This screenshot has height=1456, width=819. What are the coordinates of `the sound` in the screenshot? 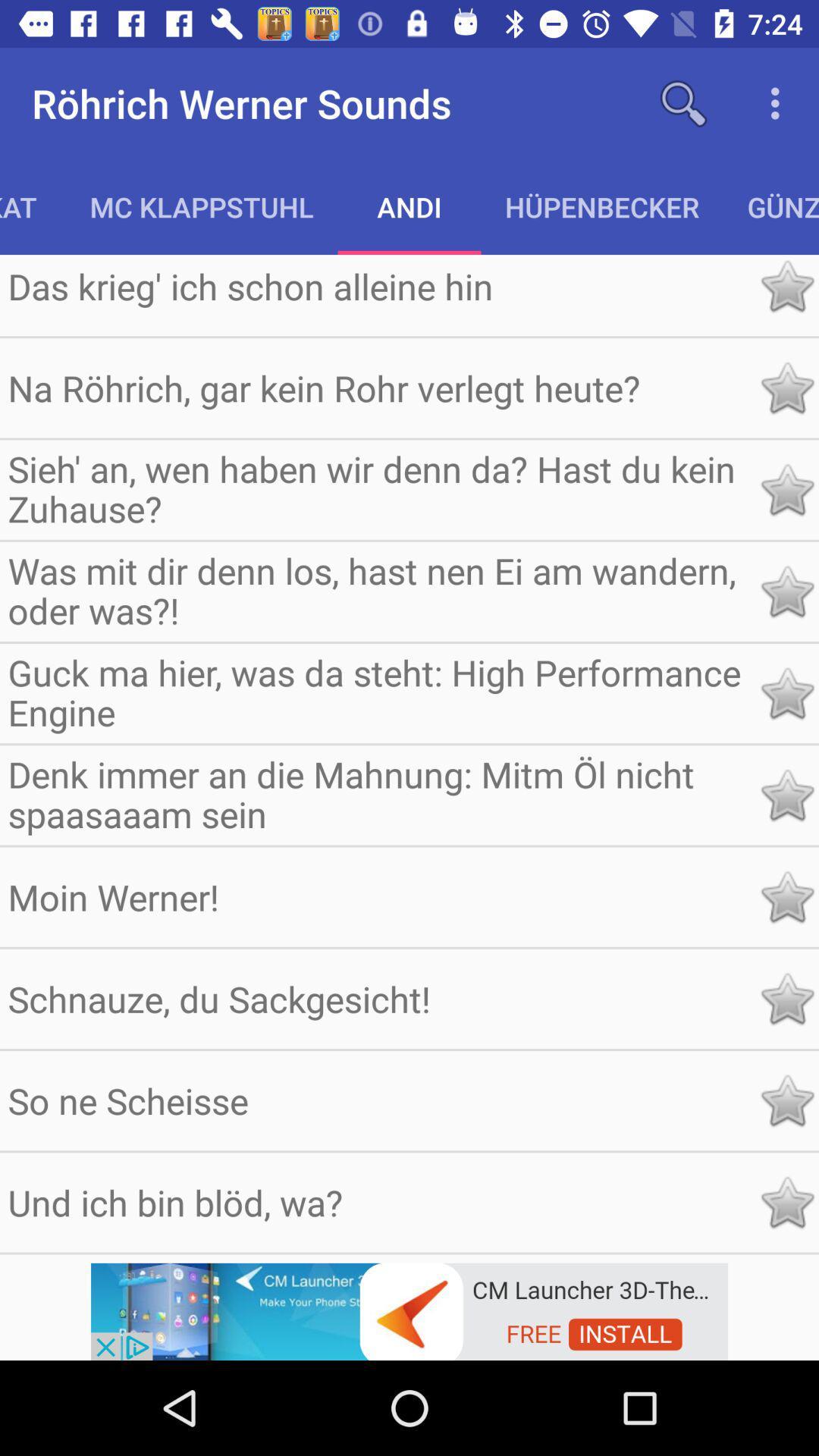 It's located at (786, 999).